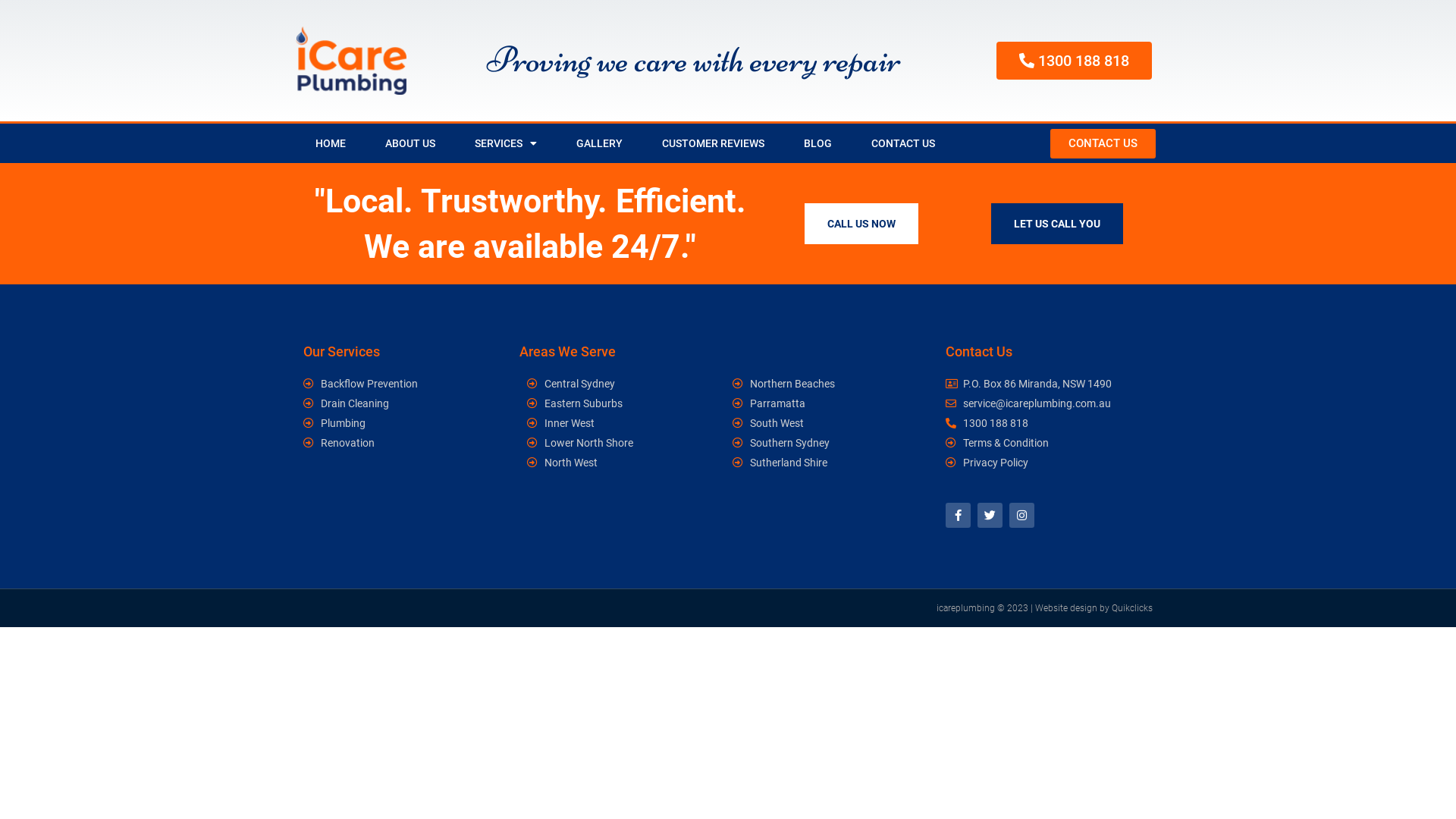 Image resolution: width=1456 pixels, height=819 pixels. Describe the element at coordinates (622, 403) in the screenshot. I see `'Eastern Suburbs'` at that location.